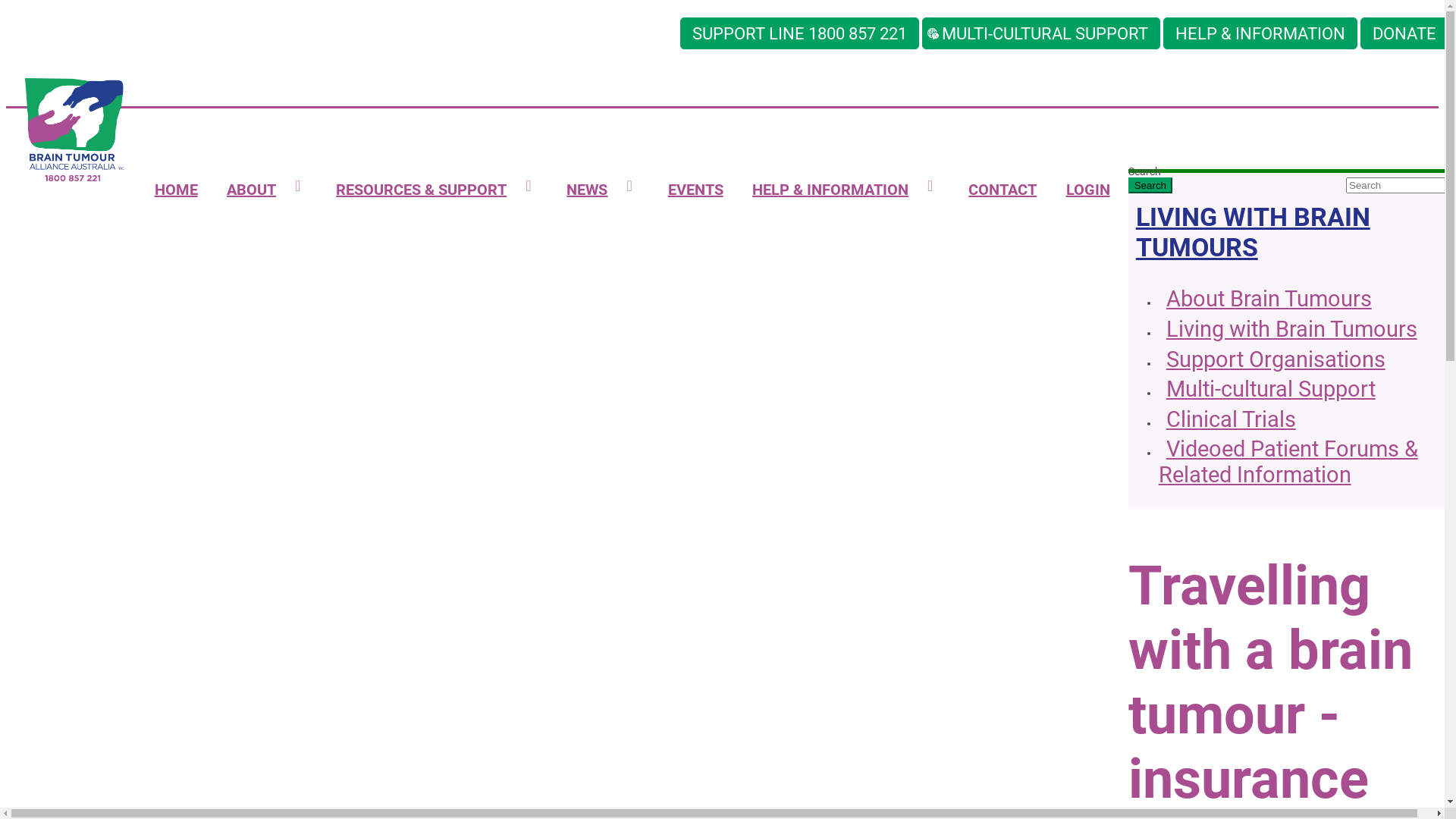 This screenshot has height=819, width=1456. Describe the element at coordinates (1002, 189) in the screenshot. I see `'CONTACT'` at that location.